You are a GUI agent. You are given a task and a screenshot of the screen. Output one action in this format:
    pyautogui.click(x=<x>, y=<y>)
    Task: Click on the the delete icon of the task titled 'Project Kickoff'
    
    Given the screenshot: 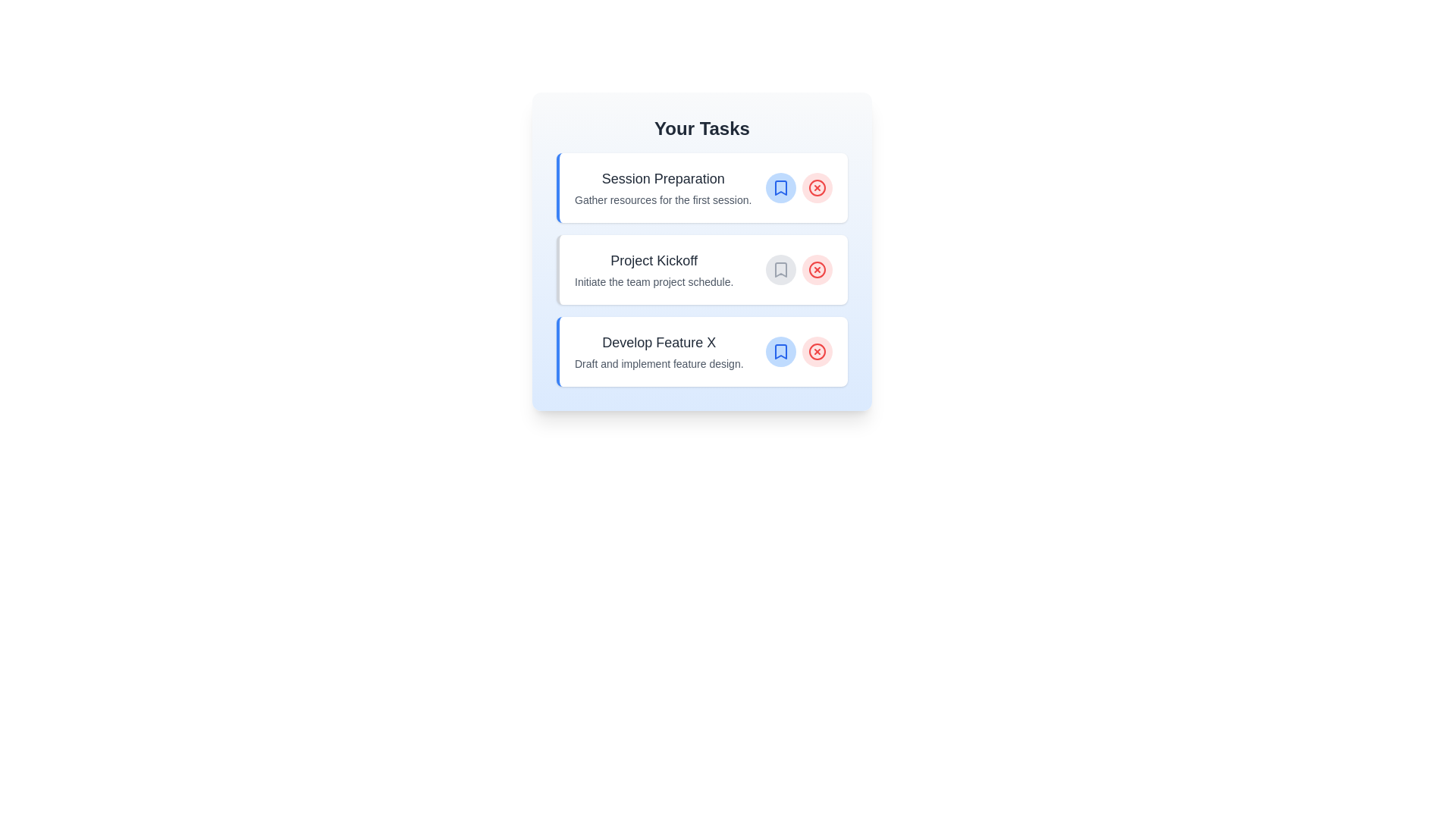 What is the action you would take?
    pyautogui.click(x=817, y=268)
    